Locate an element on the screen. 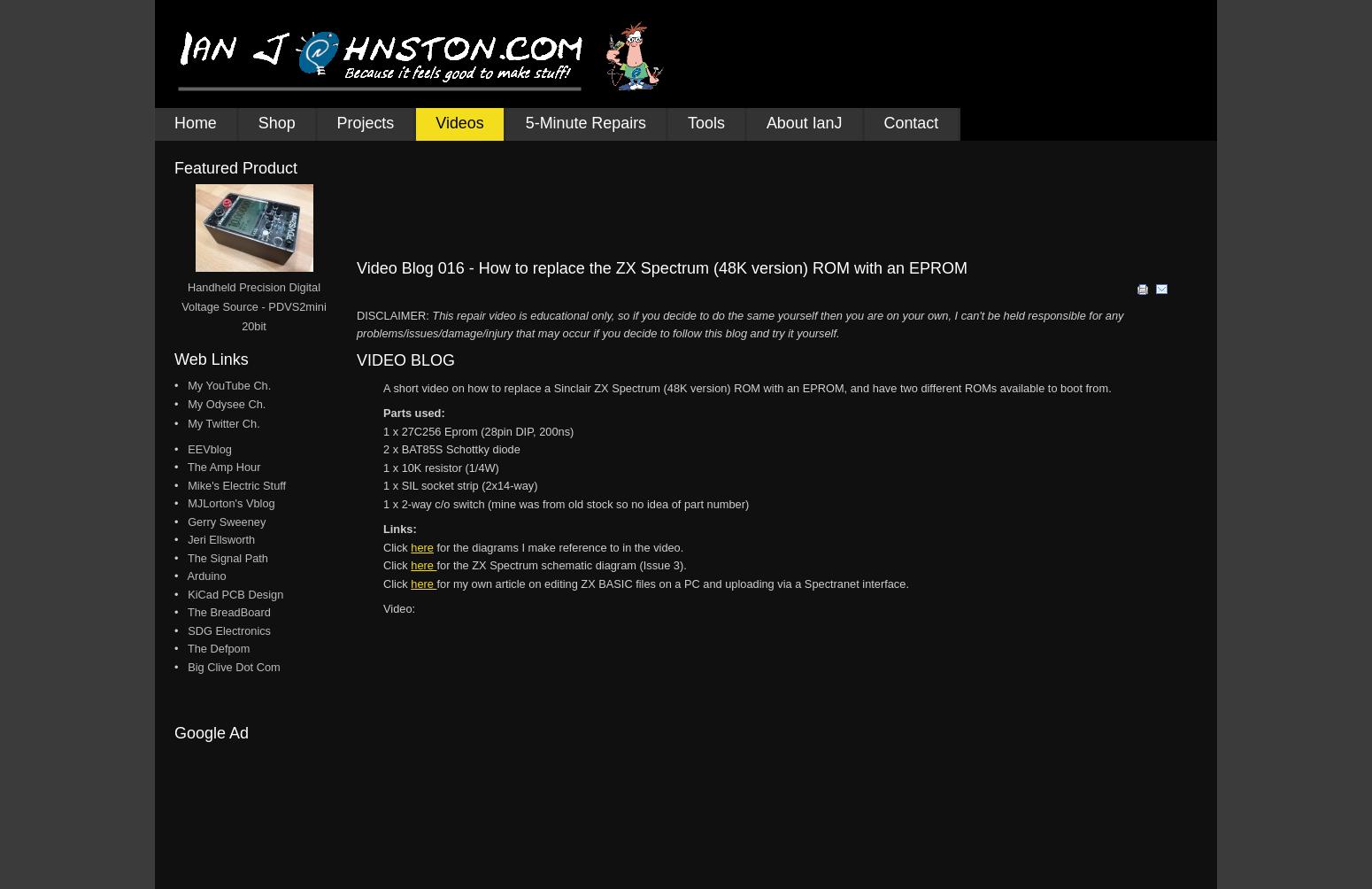 The width and height of the screenshot is (1372, 889). '1 x 27C256 Eprom (28pin DIP, 200ns)' is located at coordinates (477, 429).